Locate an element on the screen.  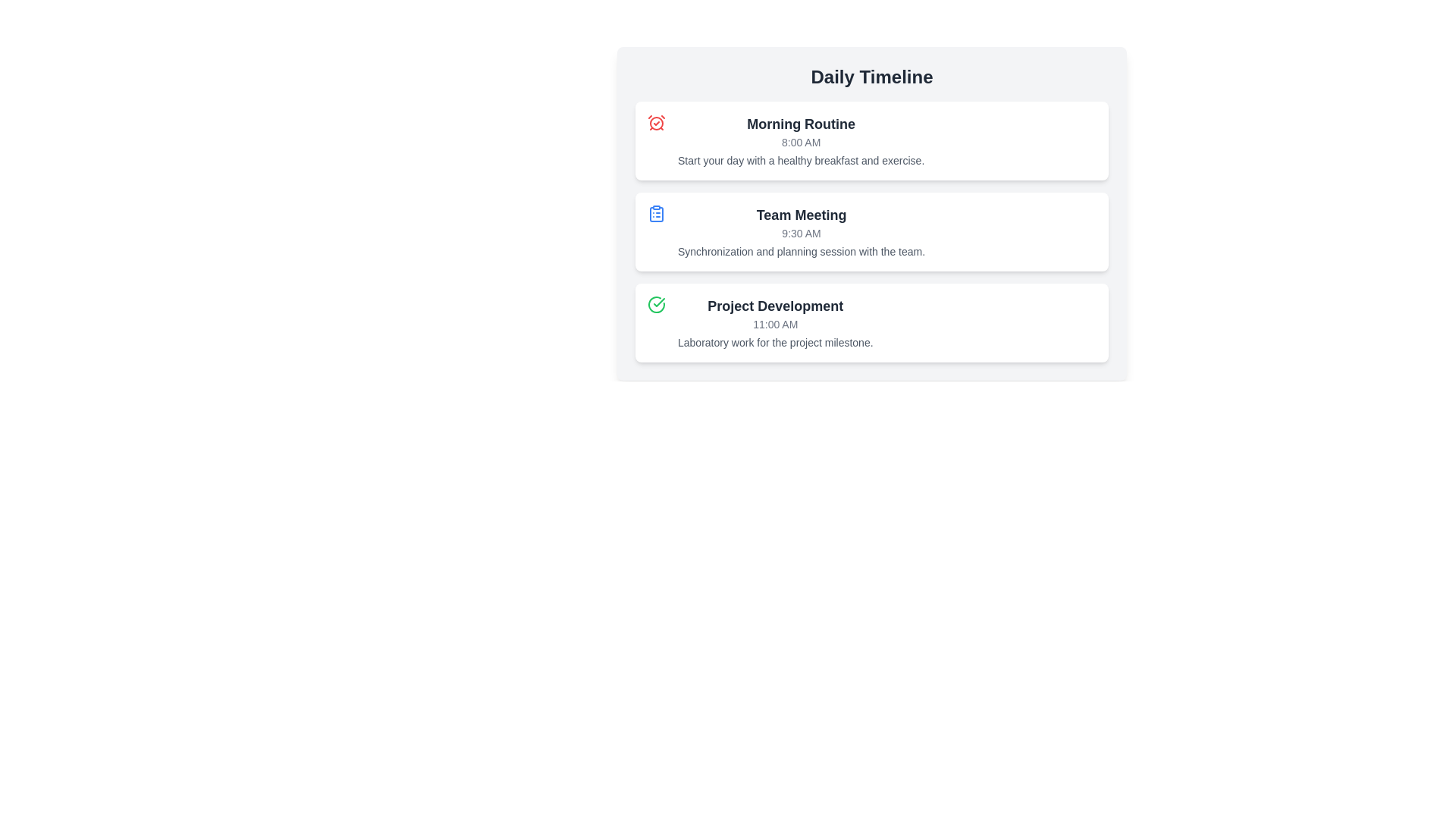
the text label indicating the scheduled time for the 'Morning Routine' event, which is located below the 'Morning Routine' heading is located at coordinates (800, 143).